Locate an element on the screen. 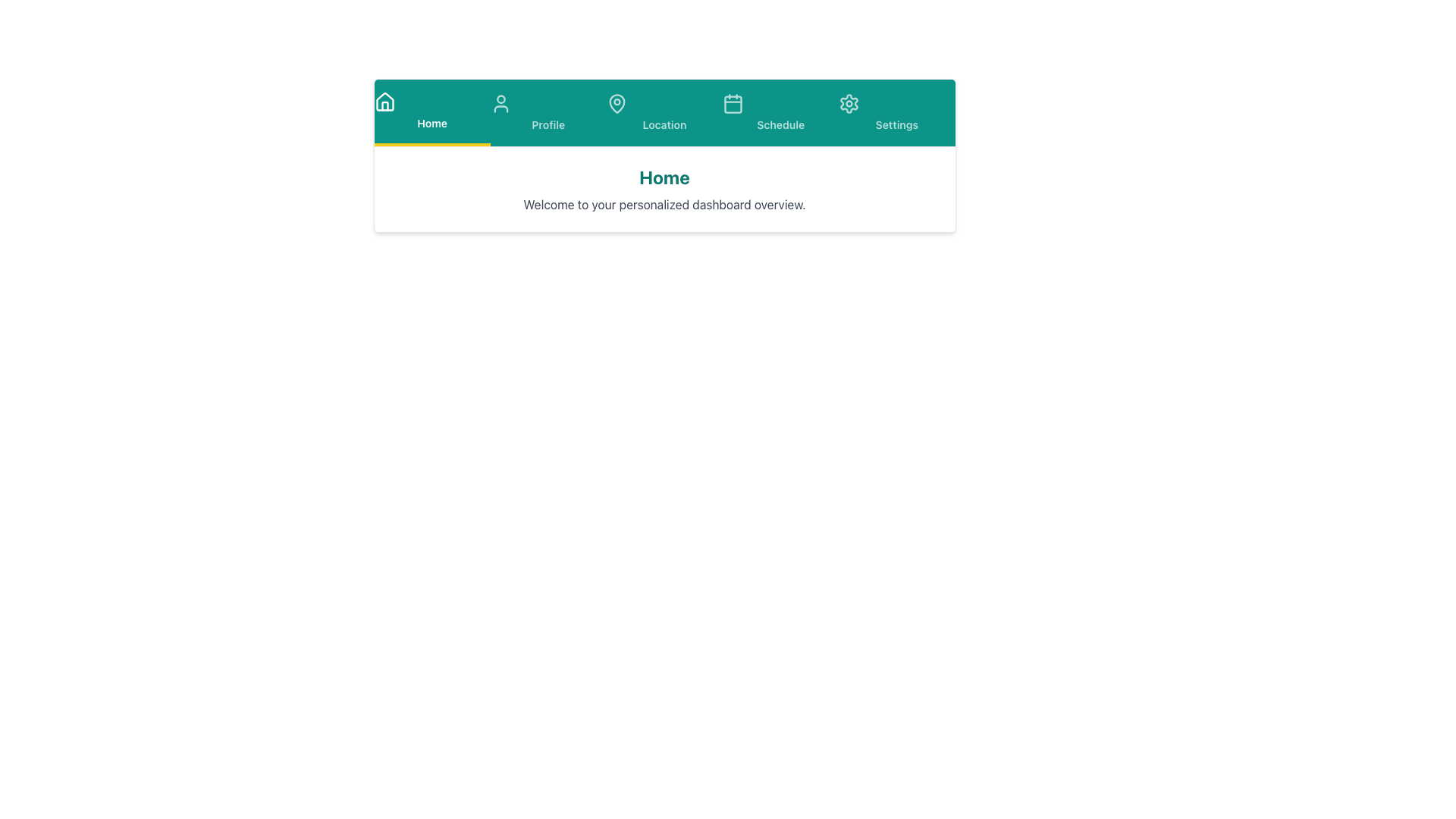 The image size is (1456, 819). the calendar icon button located in the navigation bar at the top of the interface, which is the fourth element from the left is located at coordinates (733, 103).